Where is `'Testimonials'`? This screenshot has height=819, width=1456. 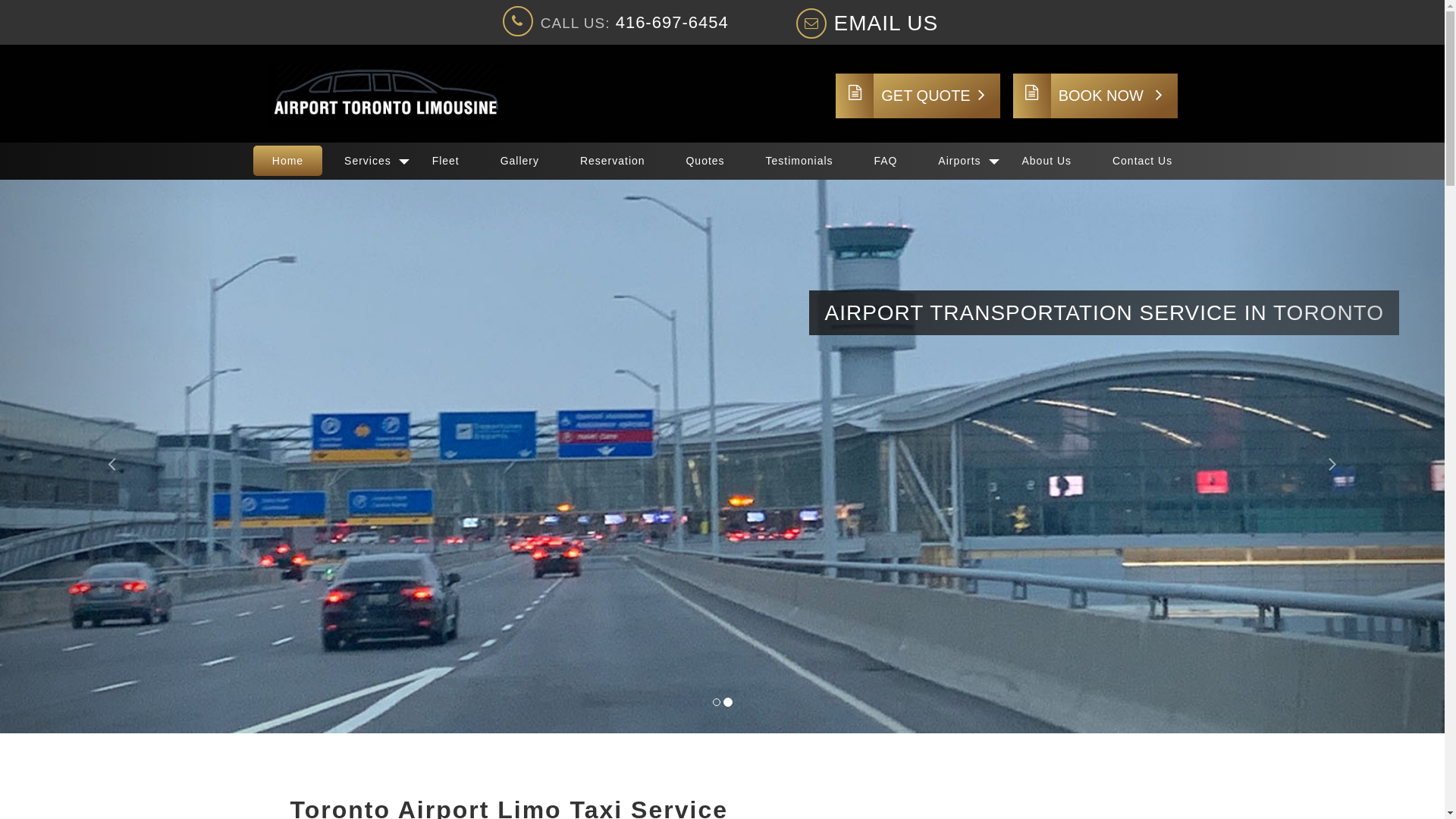
'Testimonials' is located at coordinates (799, 161).